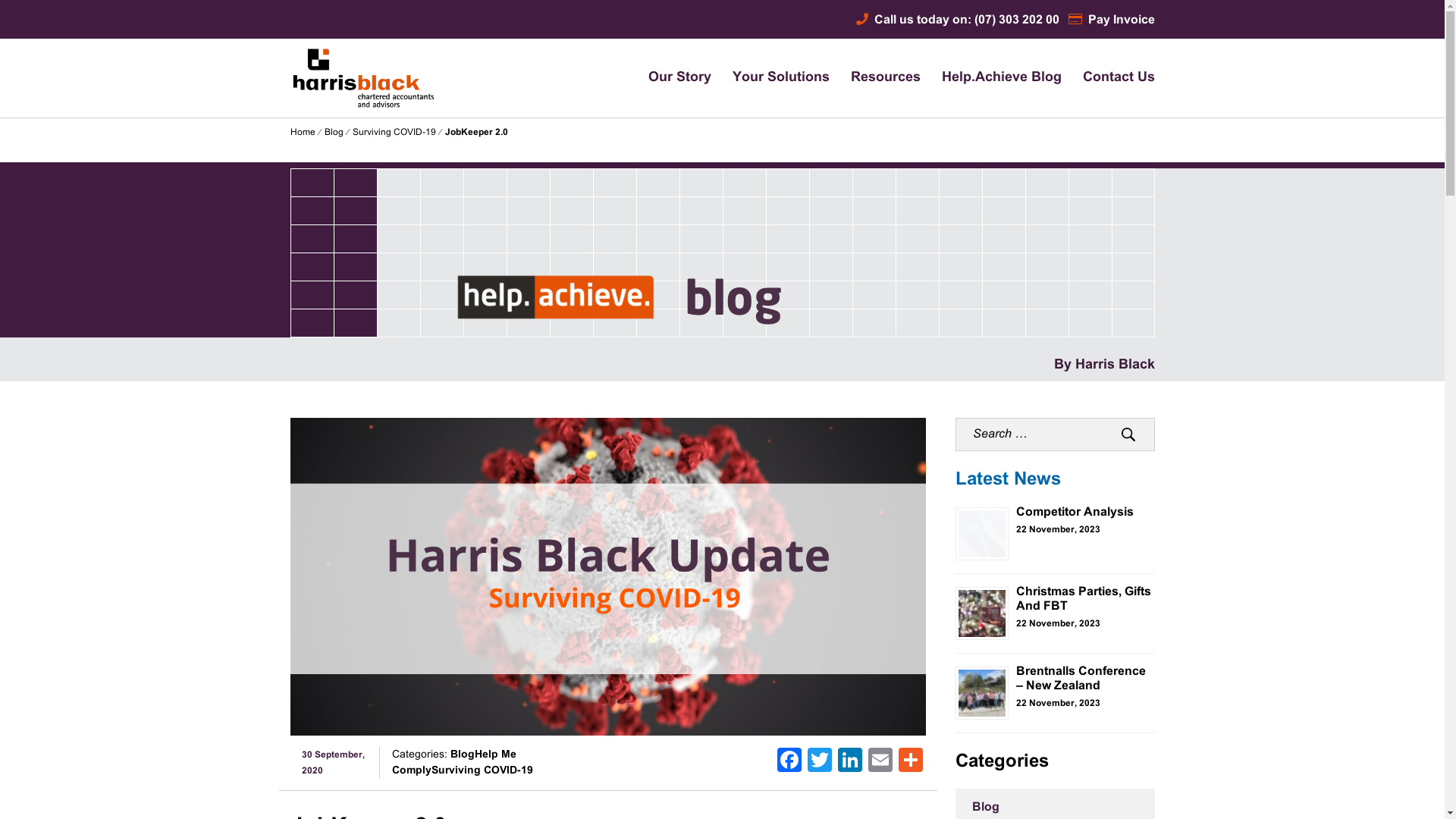 This screenshot has height=819, width=1456. What do you see at coordinates (1074, 512) in the screenshot?
I see `'Competitor Analysis'` at bounding box center [1074, 512].